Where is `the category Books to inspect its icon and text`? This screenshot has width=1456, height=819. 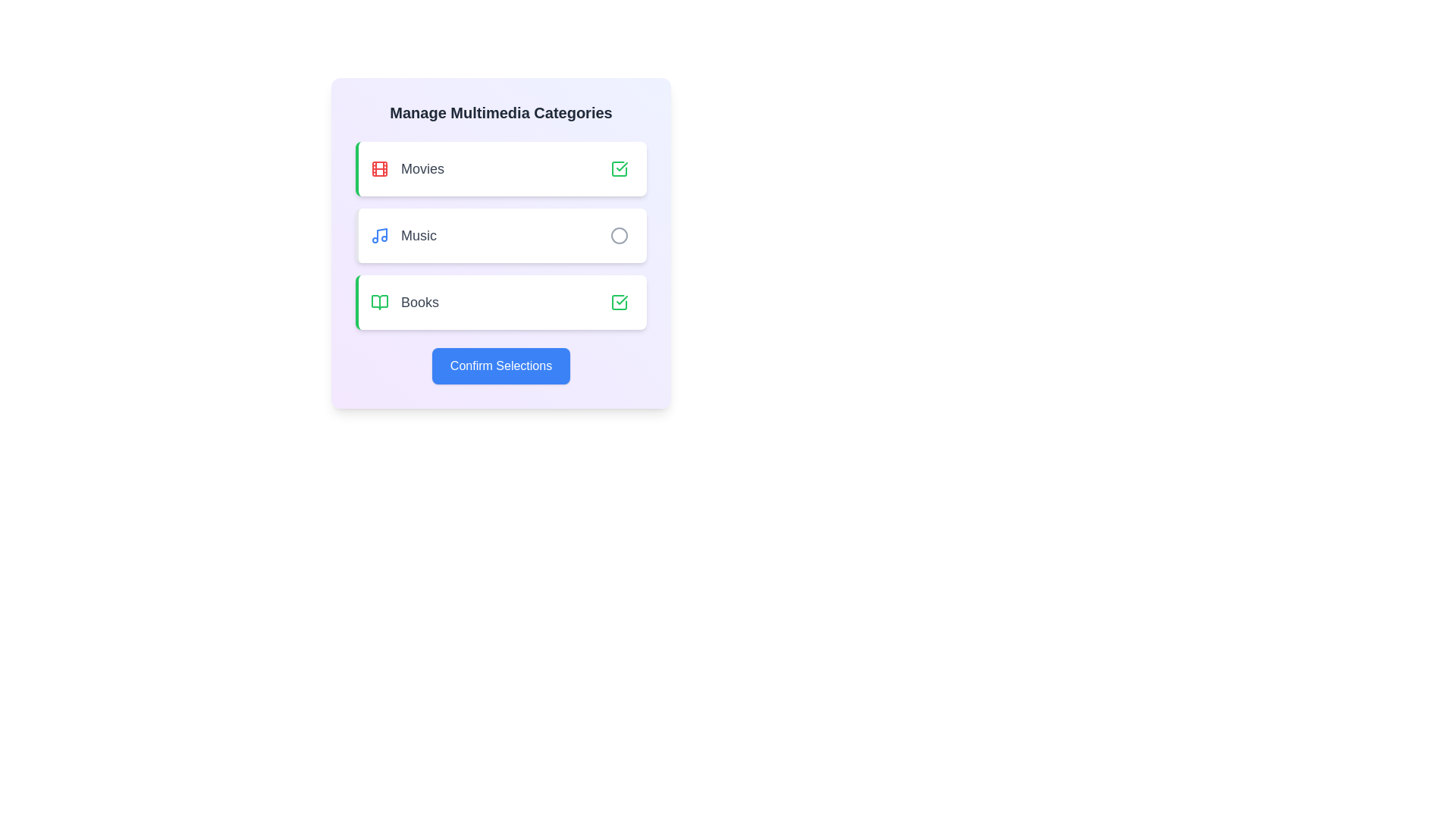 the category Books to inspect its icon and text is located at coordinates (501, 302).